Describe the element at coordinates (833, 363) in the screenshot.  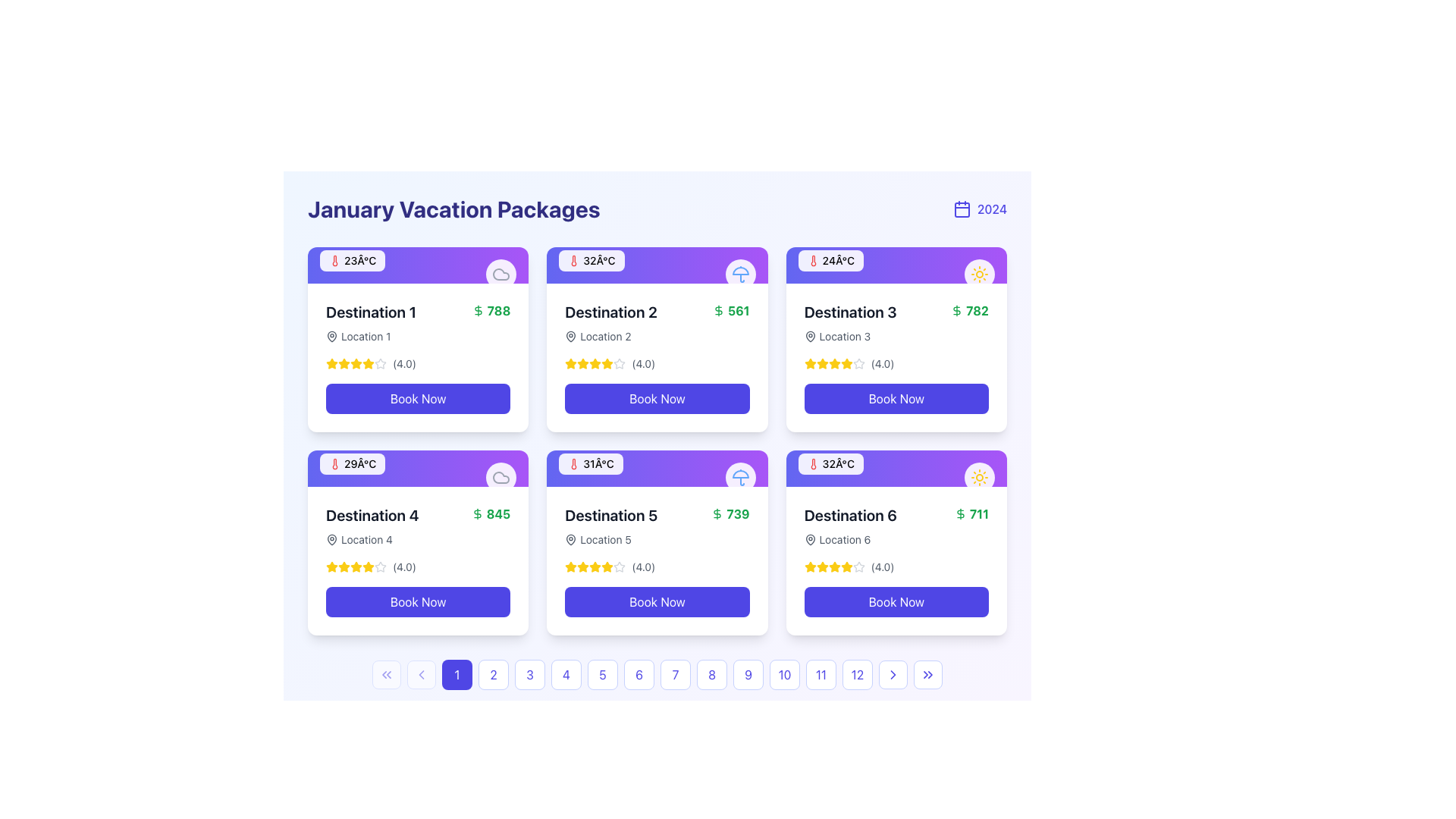
I see `the fourth star icon with a yellow fill in the rating system of the review section` at that location.